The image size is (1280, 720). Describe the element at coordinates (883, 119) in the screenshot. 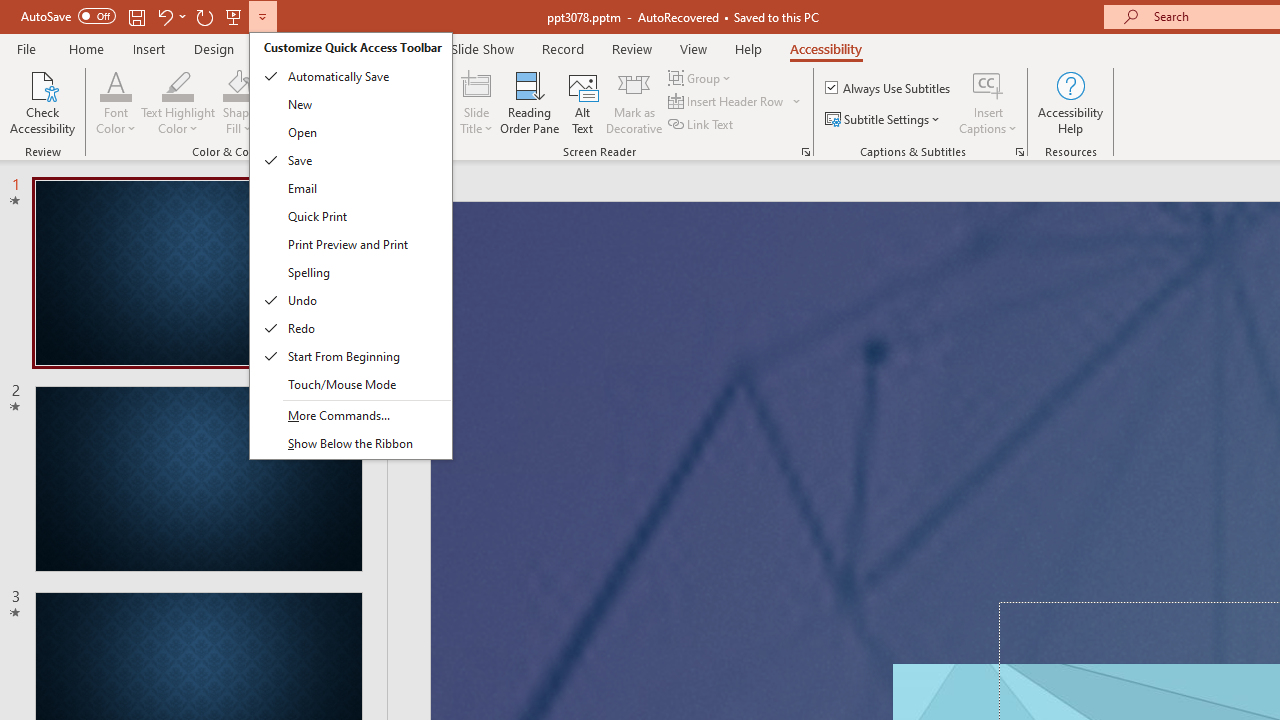

I see `'Subtitle Settings'` at that location.